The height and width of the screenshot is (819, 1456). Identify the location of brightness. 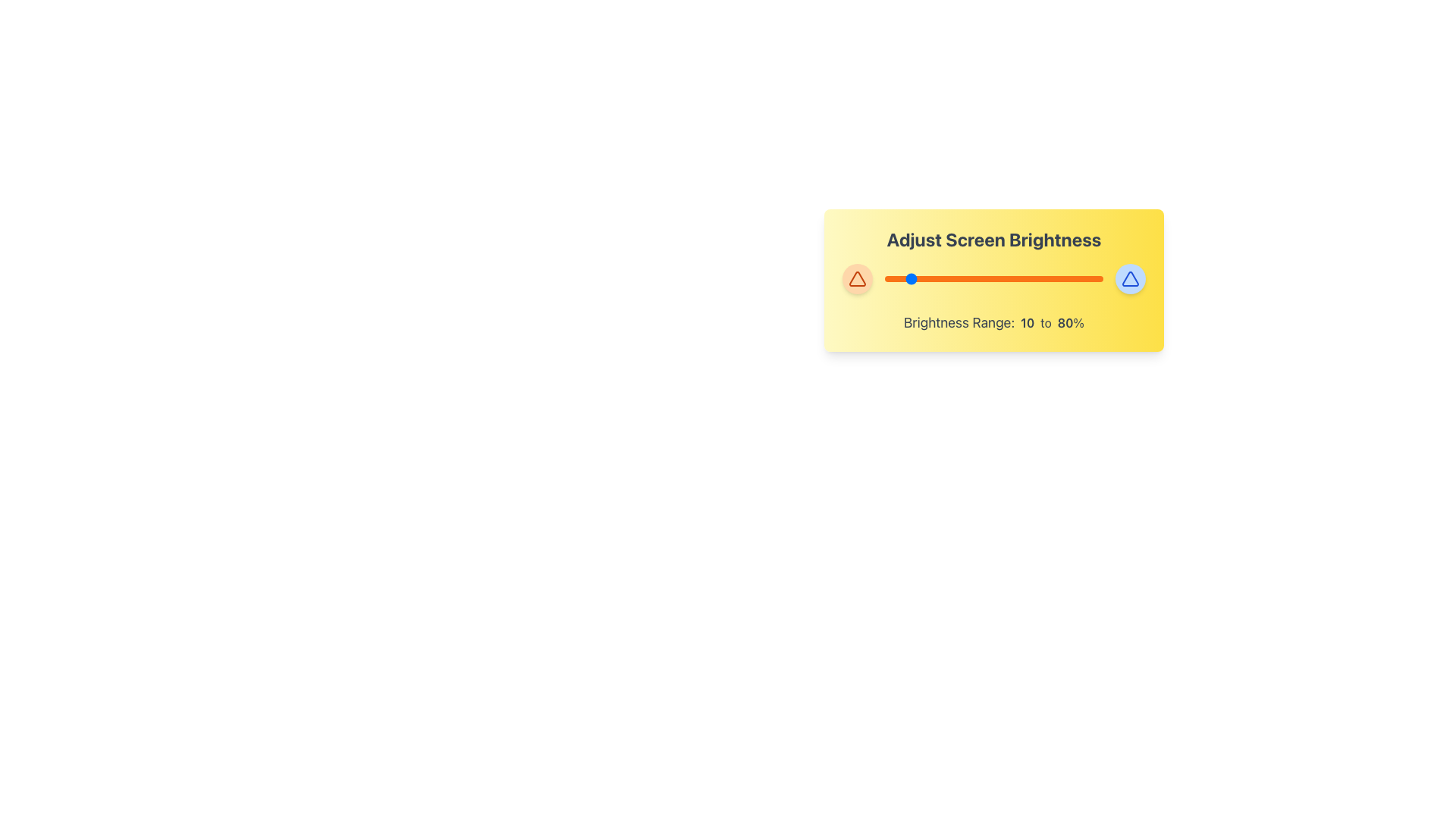
(940, 278).